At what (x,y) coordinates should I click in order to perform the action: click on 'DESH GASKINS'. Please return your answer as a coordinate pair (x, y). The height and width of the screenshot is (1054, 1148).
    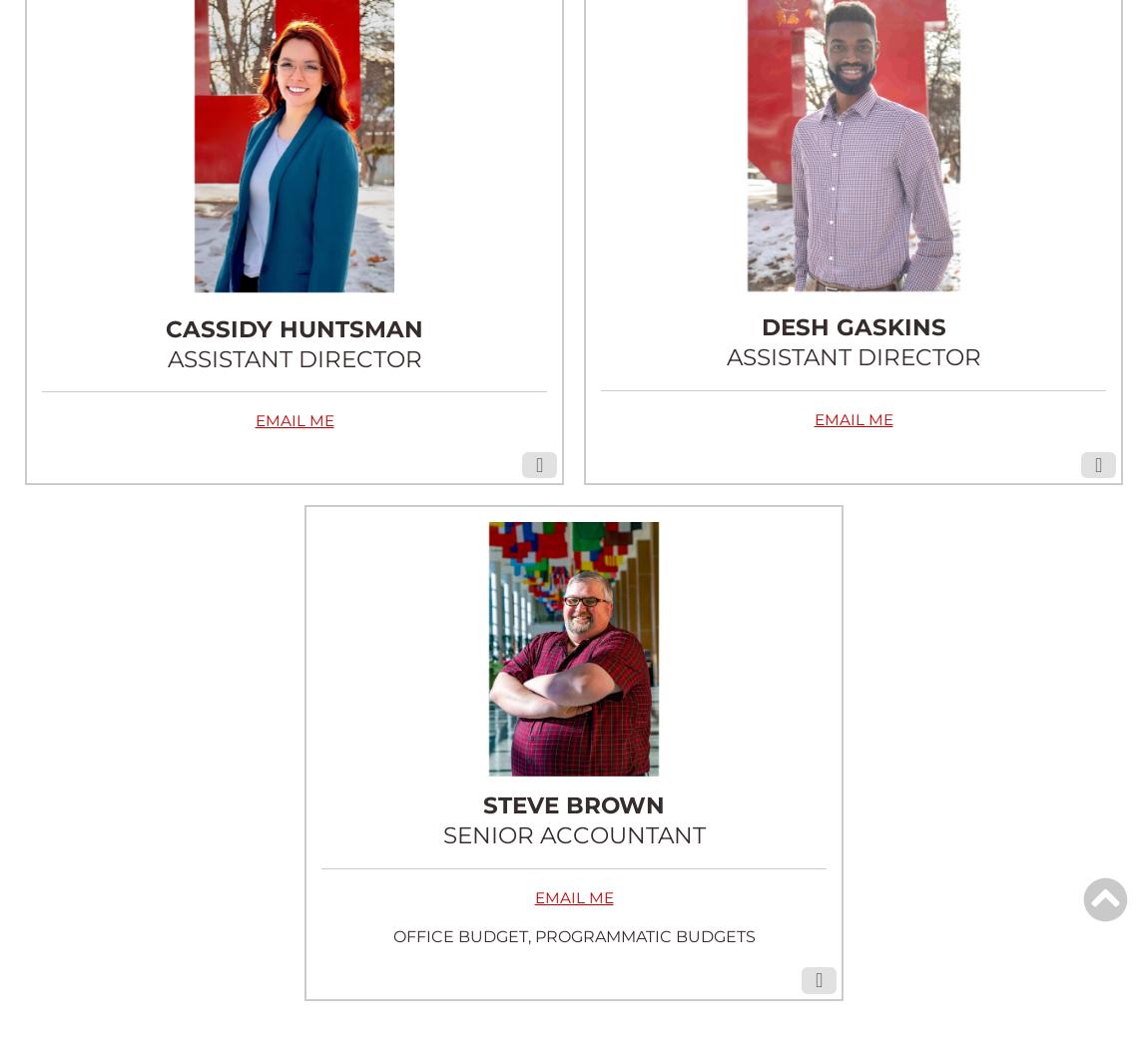
    Looking at the image, I should click on (852, 326).